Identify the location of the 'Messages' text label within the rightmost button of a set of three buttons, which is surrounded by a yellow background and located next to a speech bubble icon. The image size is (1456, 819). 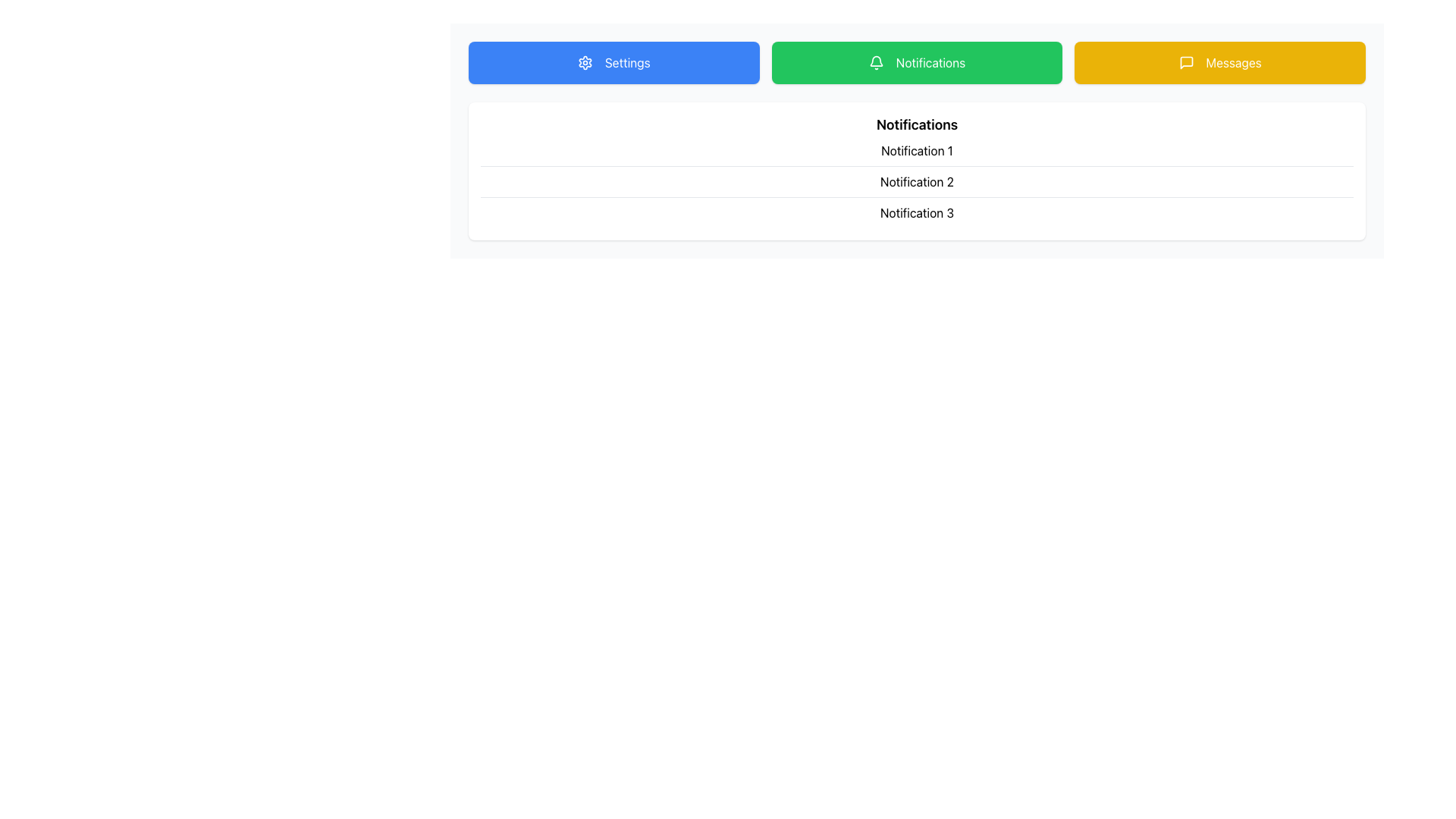
(1234, 62).